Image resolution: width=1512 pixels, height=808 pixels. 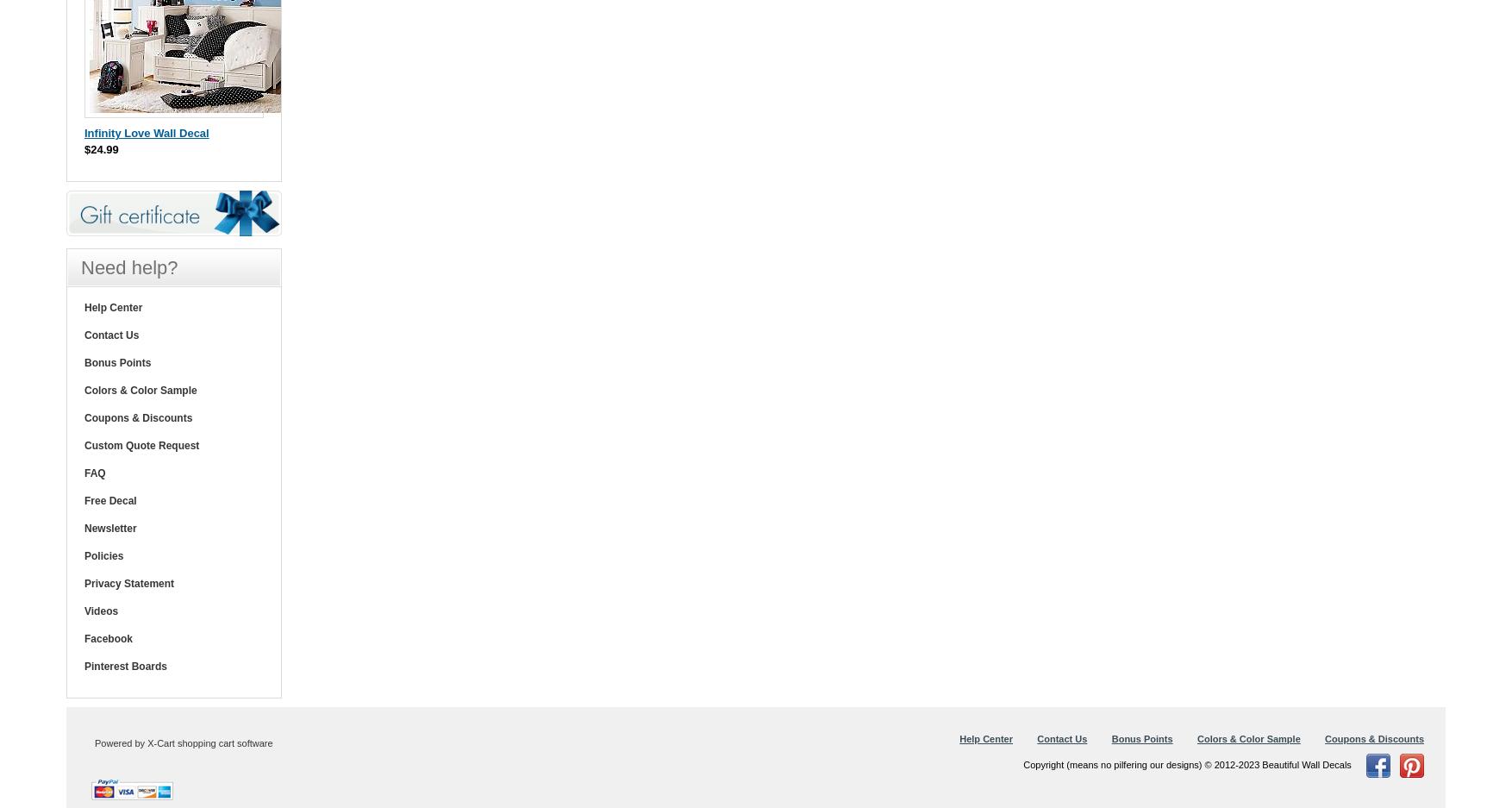 I want to click on 'Privacy Statement', so click(x=128, y=582).